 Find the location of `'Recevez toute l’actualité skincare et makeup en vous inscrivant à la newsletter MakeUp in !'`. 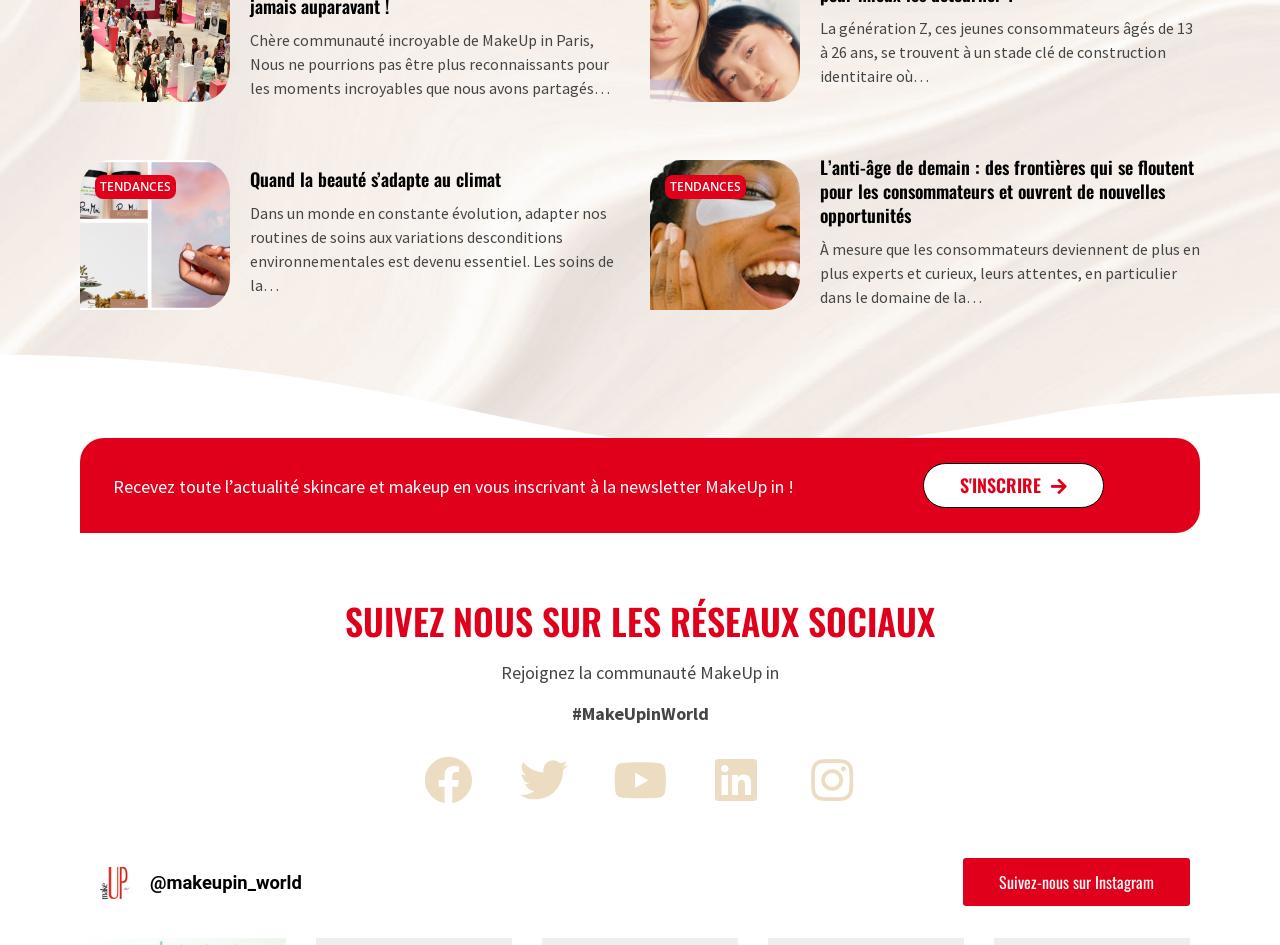

'Recevez toute l’actualité skincare et makeup en vous inscrivant à la newsletter MakeUp in !' is located at coordinates (451, 484).